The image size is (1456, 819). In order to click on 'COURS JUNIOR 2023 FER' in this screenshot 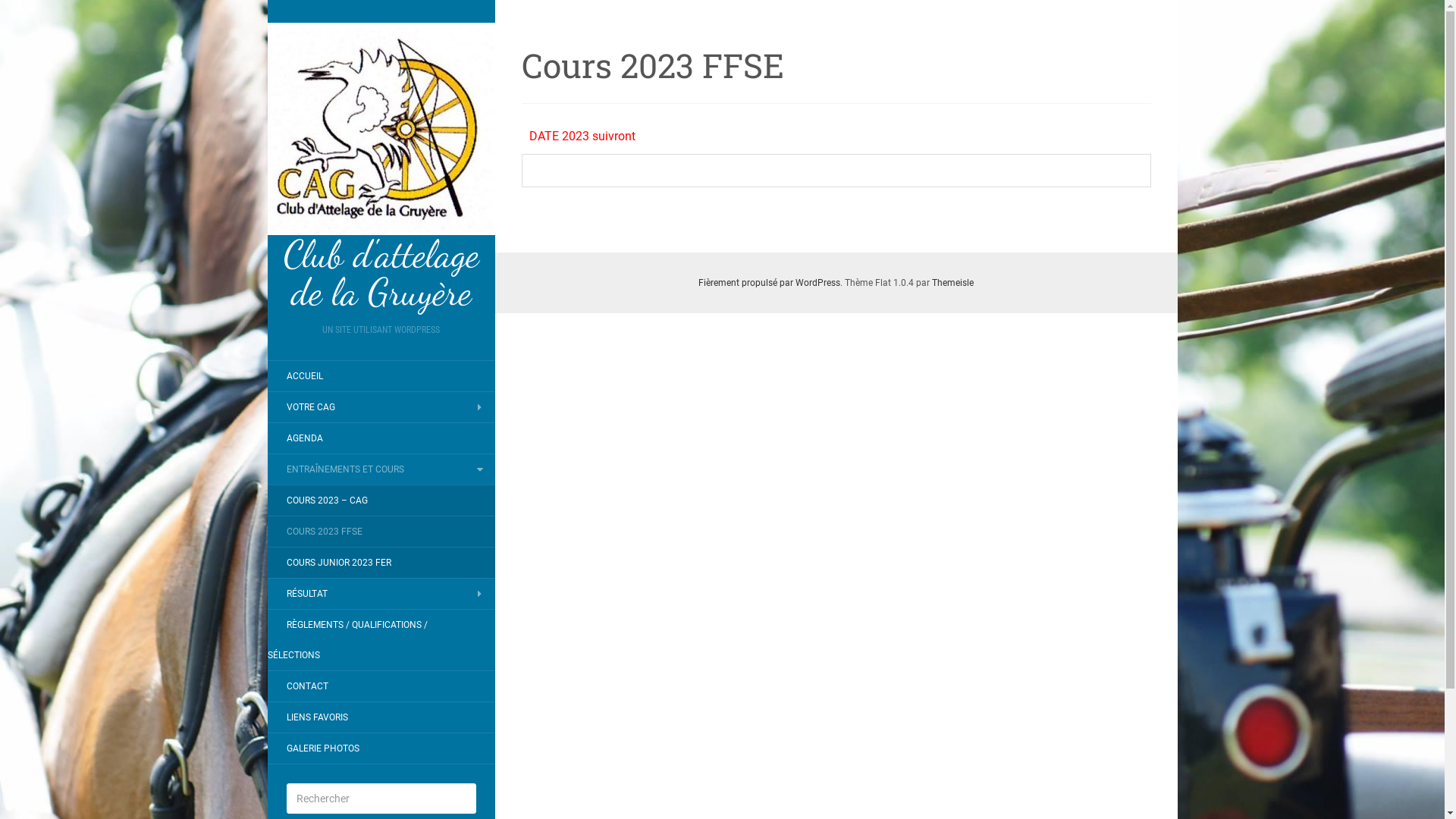, I will do `click(266, 562)`.